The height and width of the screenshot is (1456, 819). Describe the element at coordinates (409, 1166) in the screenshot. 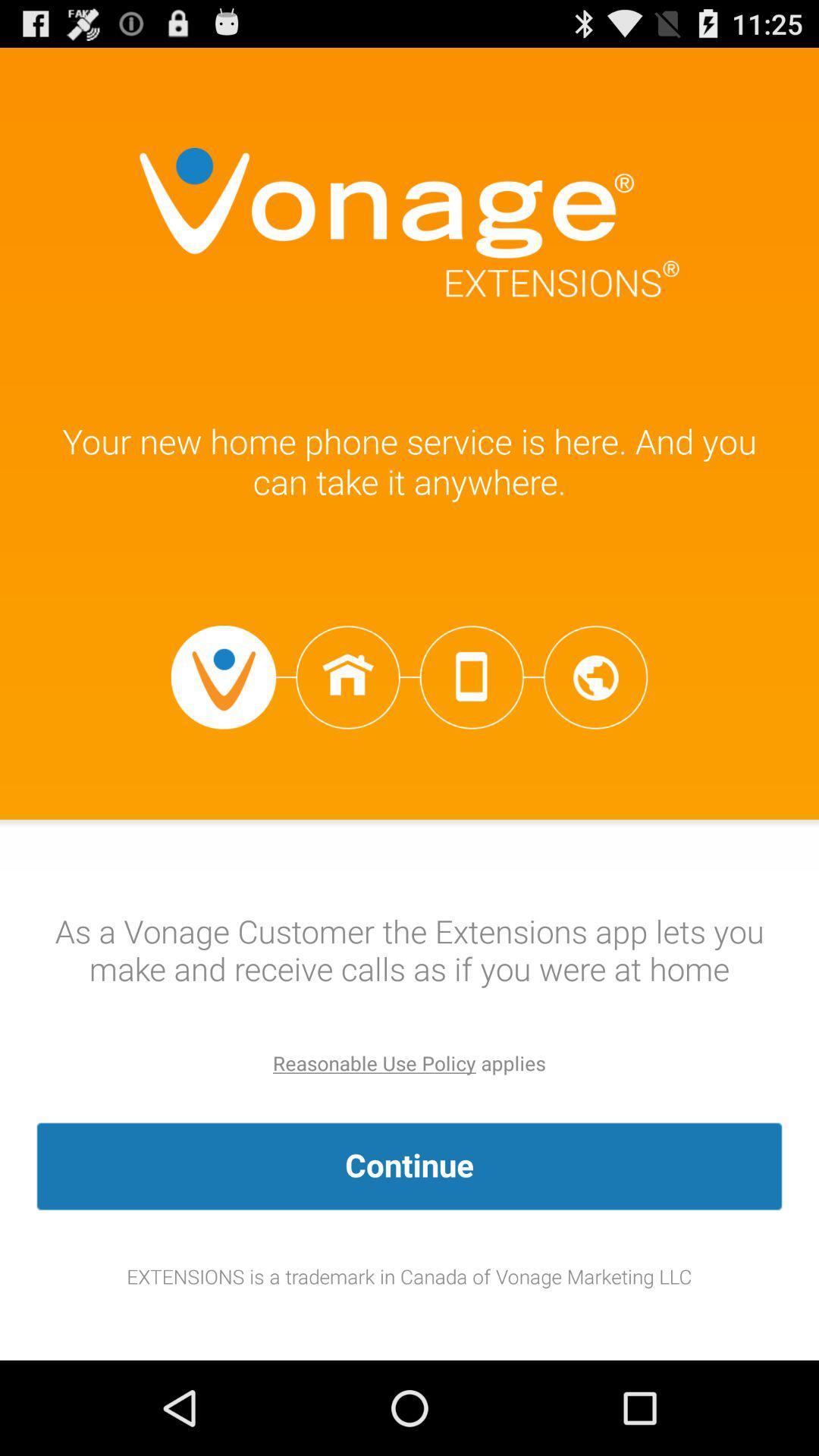

I see `continue item` at that location.